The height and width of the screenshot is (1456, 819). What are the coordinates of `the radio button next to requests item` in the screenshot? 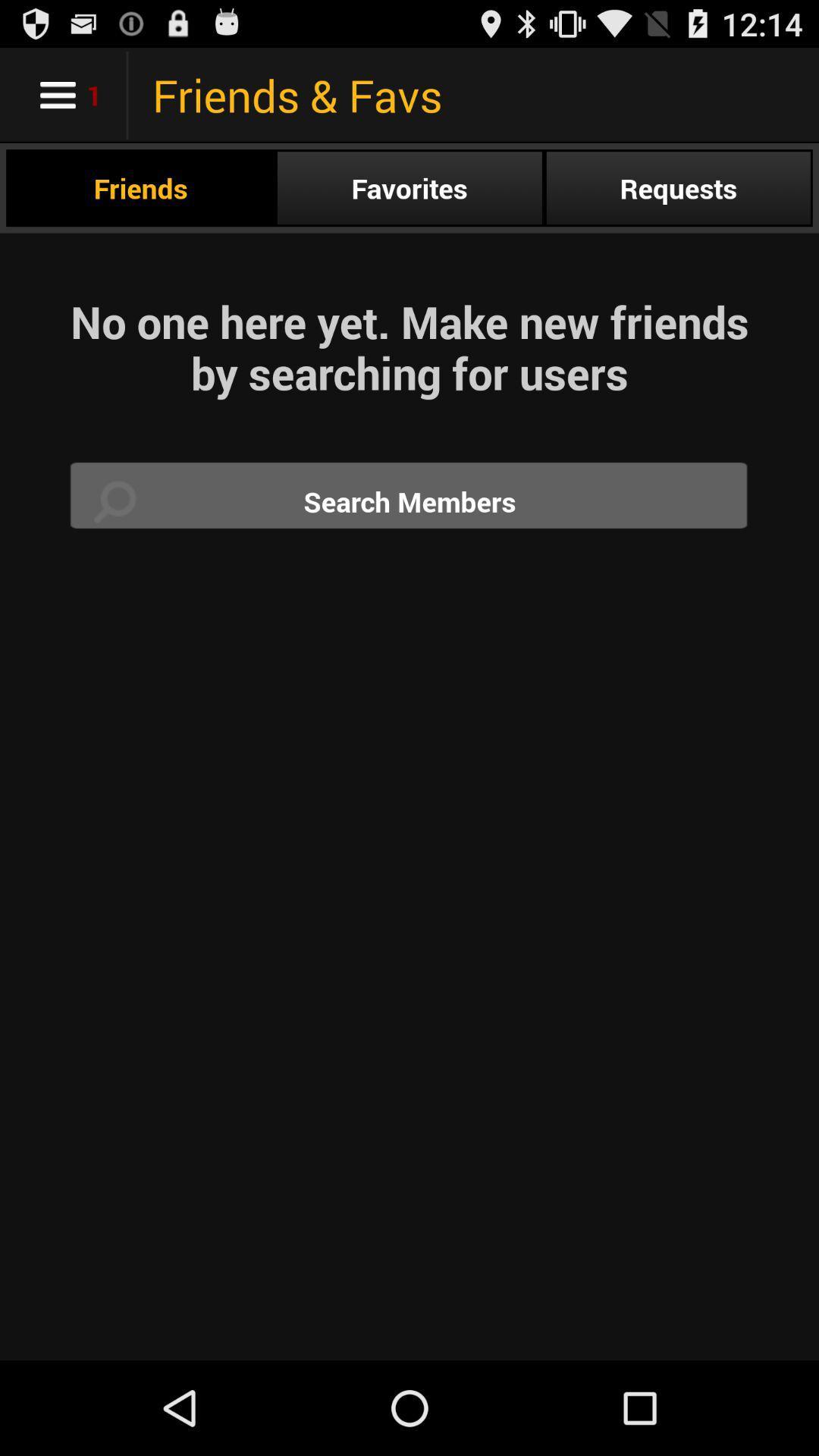 It's located at (409, 187).